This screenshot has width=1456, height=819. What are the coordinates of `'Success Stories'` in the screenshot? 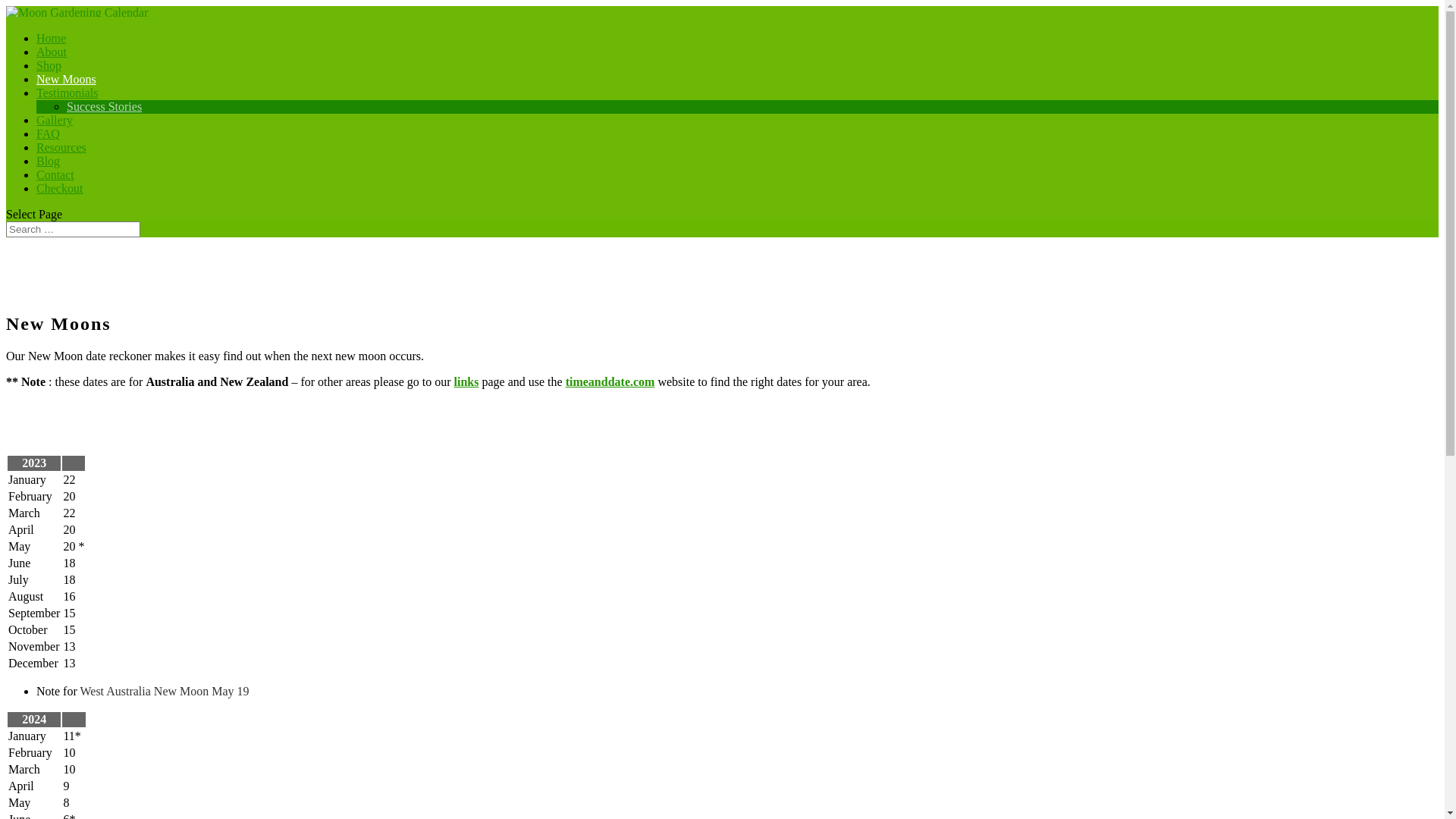 It's located at (103, 105).